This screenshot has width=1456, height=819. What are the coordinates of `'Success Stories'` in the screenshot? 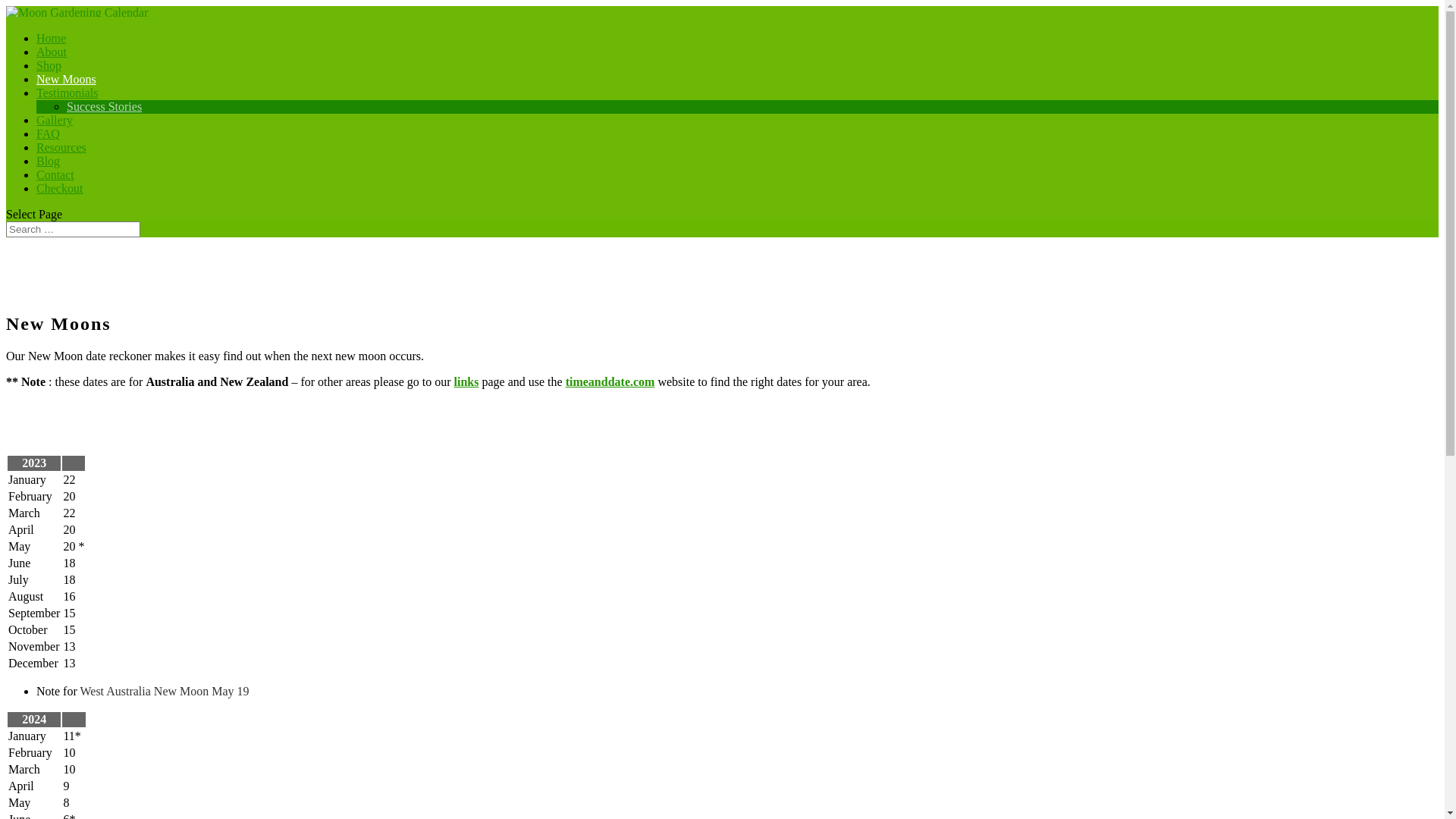 It's located at (103, 105).